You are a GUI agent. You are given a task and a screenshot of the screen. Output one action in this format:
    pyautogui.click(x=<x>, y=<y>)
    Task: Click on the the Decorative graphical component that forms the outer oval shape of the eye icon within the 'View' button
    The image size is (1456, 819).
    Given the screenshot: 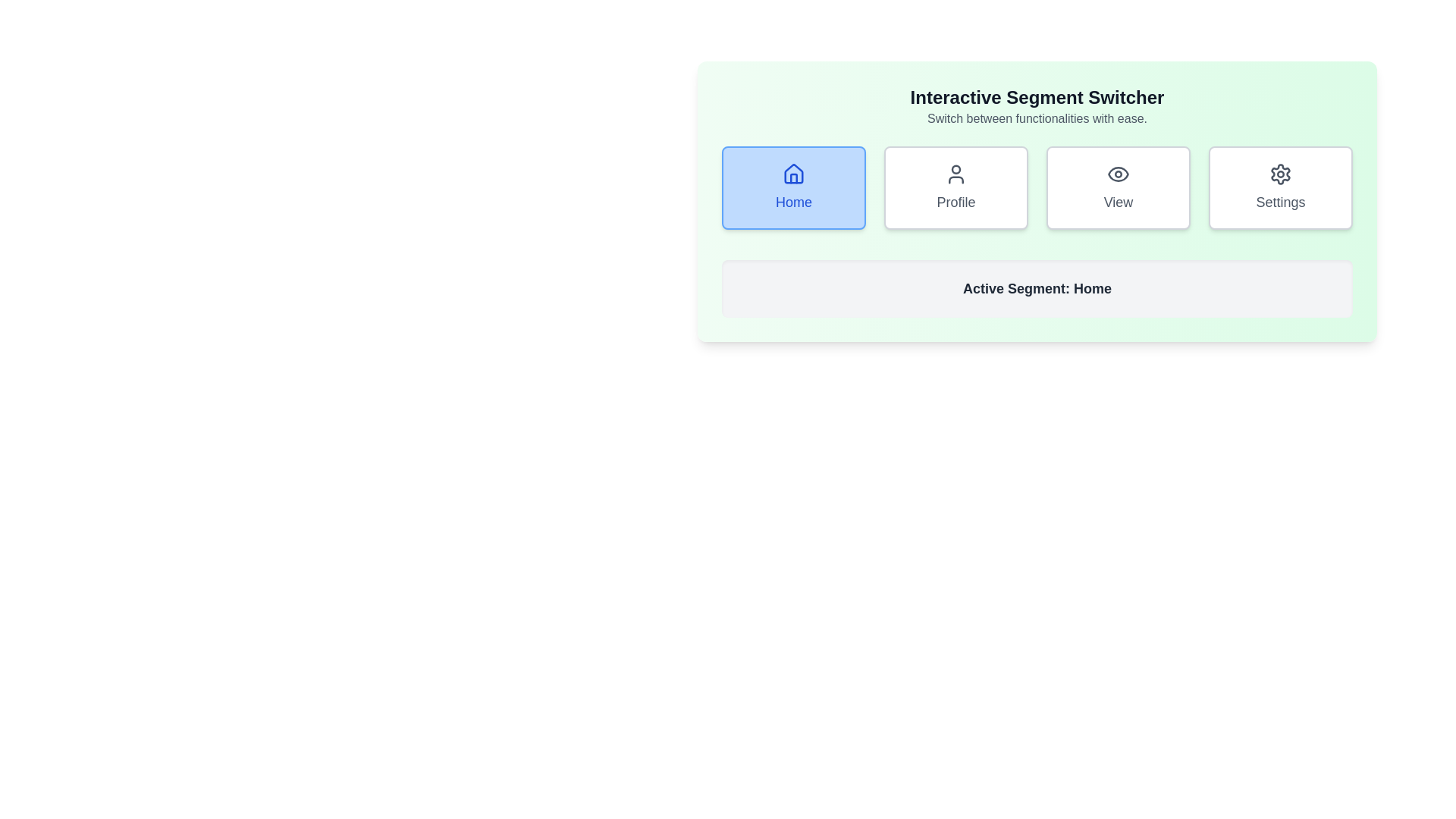 What is the action you would take?
    pyautogui.click(x=1118, y=172)
    